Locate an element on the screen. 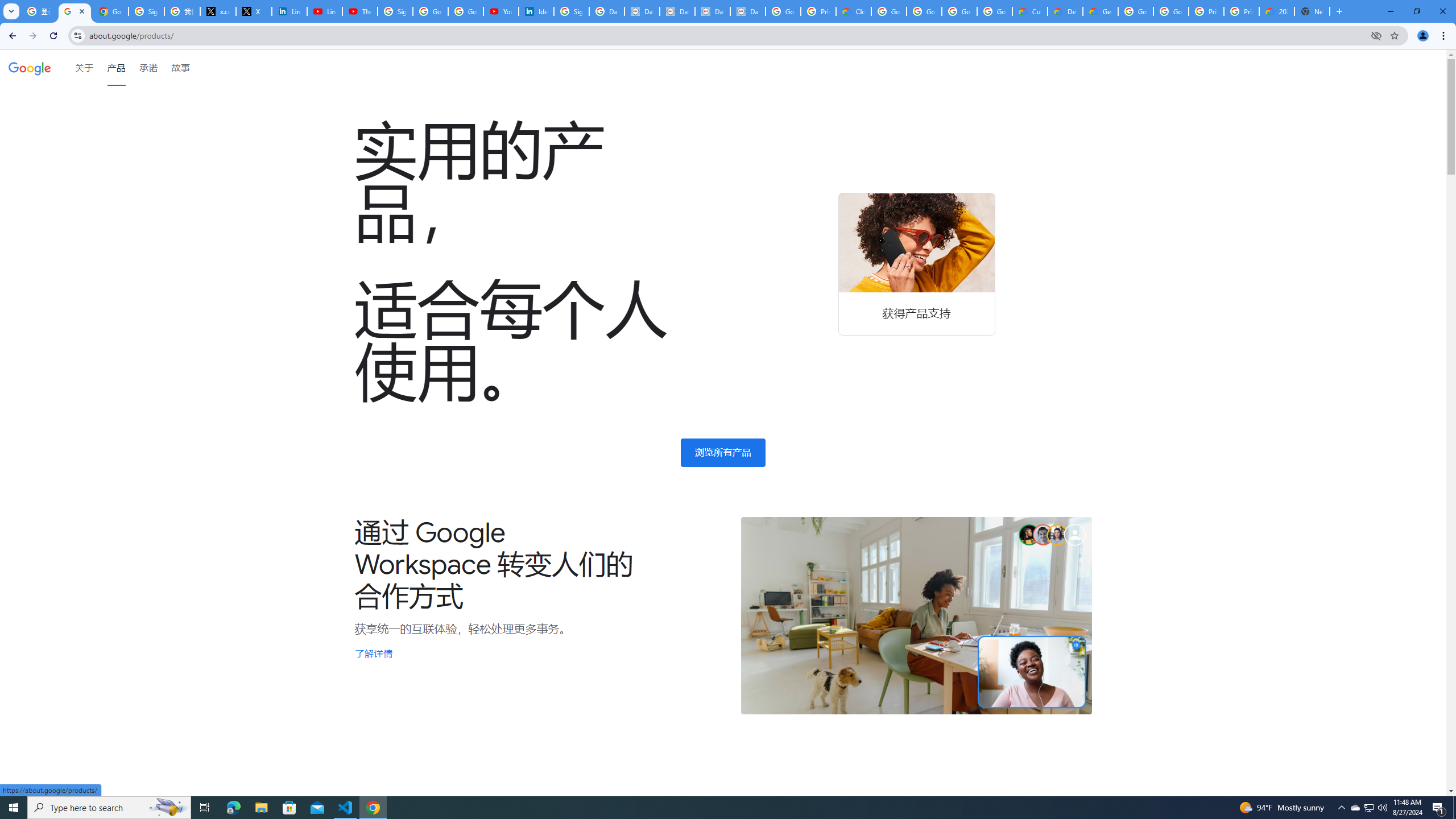 The height and width of the screenshot is (819, 1456). 'Sign in - Google Accounts' is located at coordinates (146, 11).